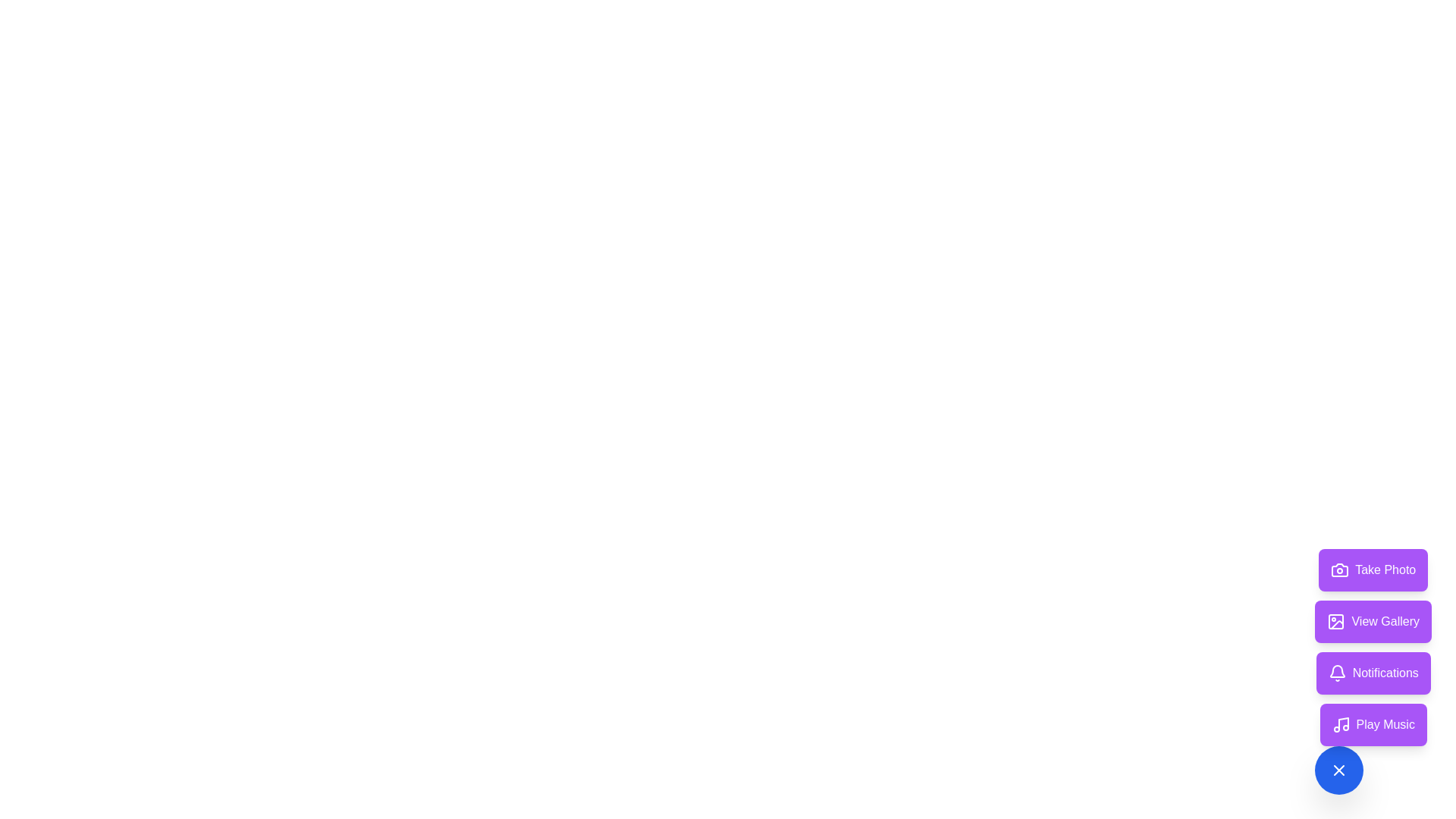 The image size is (1456, 819). What do you see at coordinates (1339, 770) in the screenshot?
I see `the crisscross icon within the blue circular button located at the bottom right of the interface` at bounding box center [1339, 770].